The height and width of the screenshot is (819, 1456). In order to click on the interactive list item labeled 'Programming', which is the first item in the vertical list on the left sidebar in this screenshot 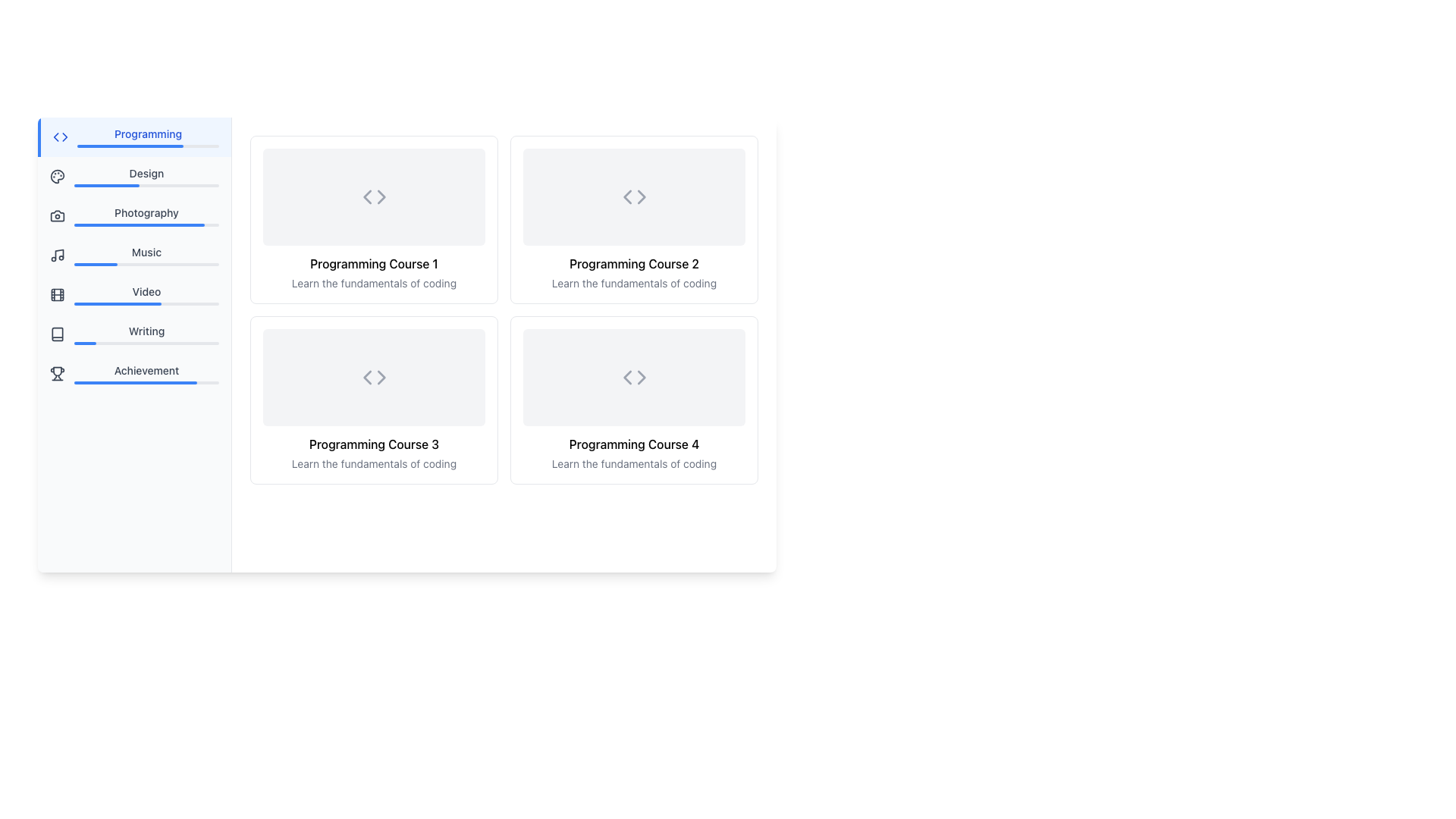, I will do `click(134, 137)`.